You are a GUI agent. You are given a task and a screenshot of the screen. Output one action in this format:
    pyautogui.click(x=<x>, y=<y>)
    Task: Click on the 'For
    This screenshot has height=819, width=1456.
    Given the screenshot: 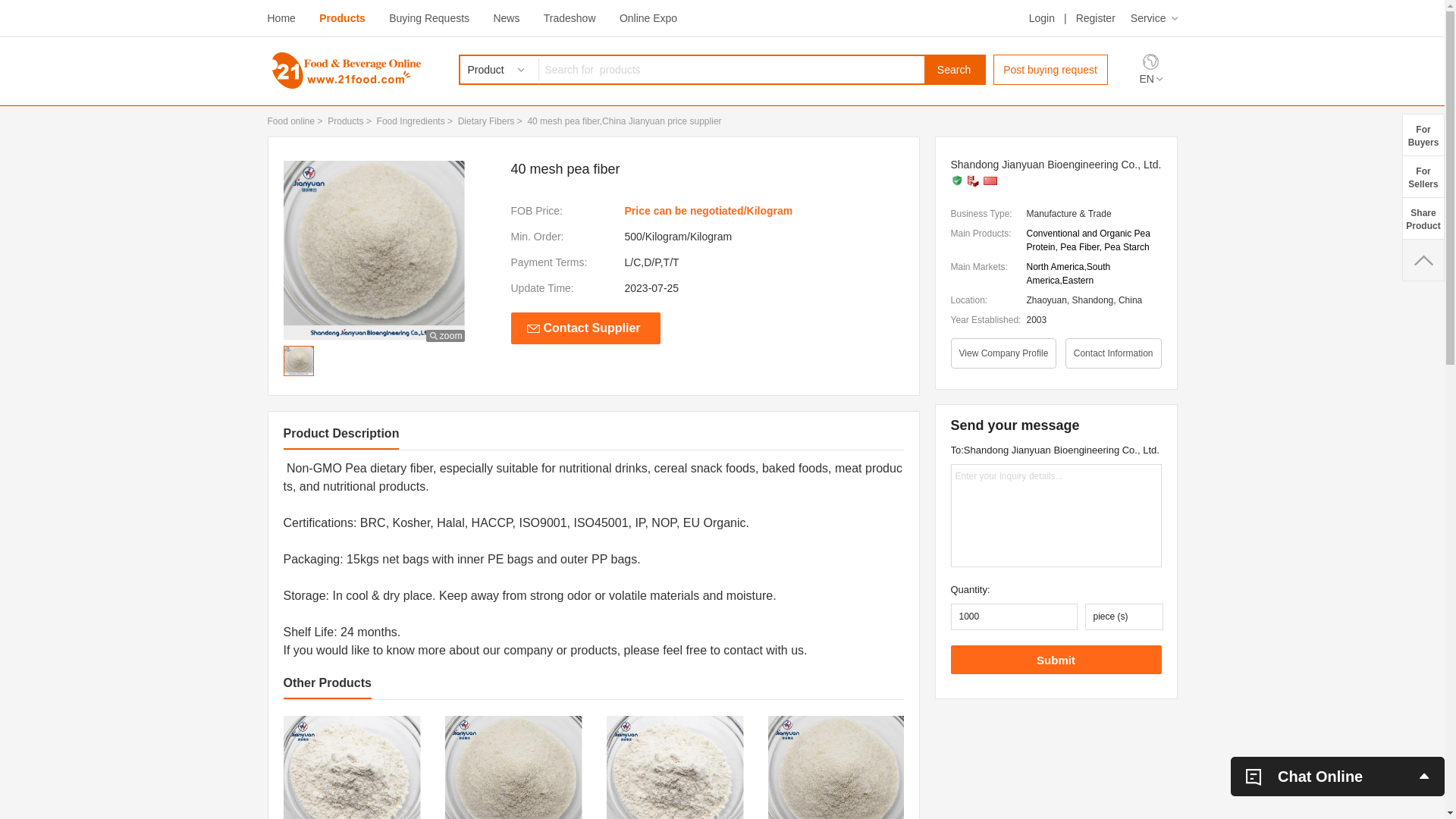 What is the action you would take?
    pyautogui.click(x=1422, y=133)
    